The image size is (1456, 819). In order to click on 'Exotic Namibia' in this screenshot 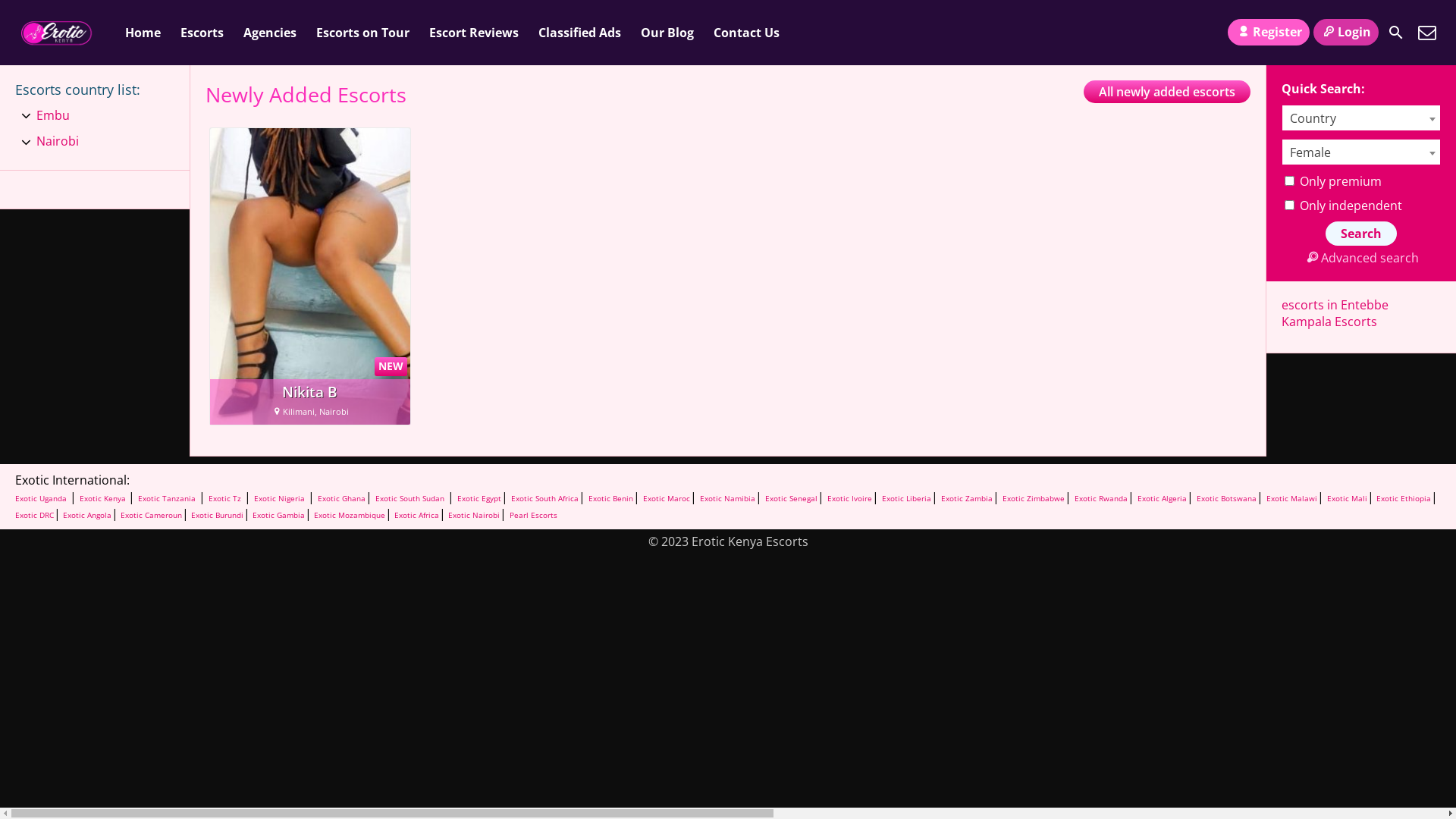, I will do `click(726, 497)`.